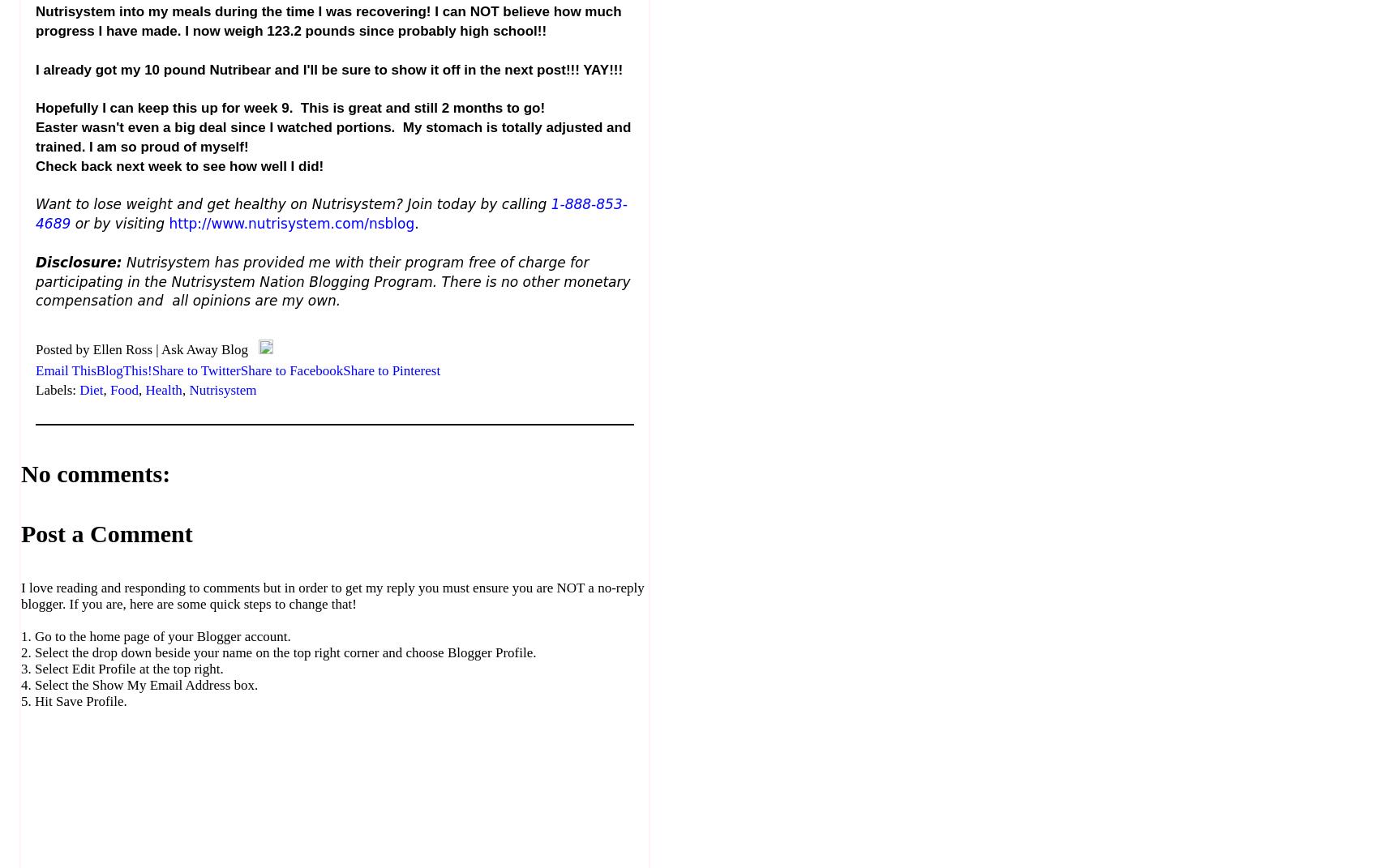  What do you see at coordinates (36, 214) in the screenshot?
I see `'1-888-853-4689'` at bounding box center [36, 214].